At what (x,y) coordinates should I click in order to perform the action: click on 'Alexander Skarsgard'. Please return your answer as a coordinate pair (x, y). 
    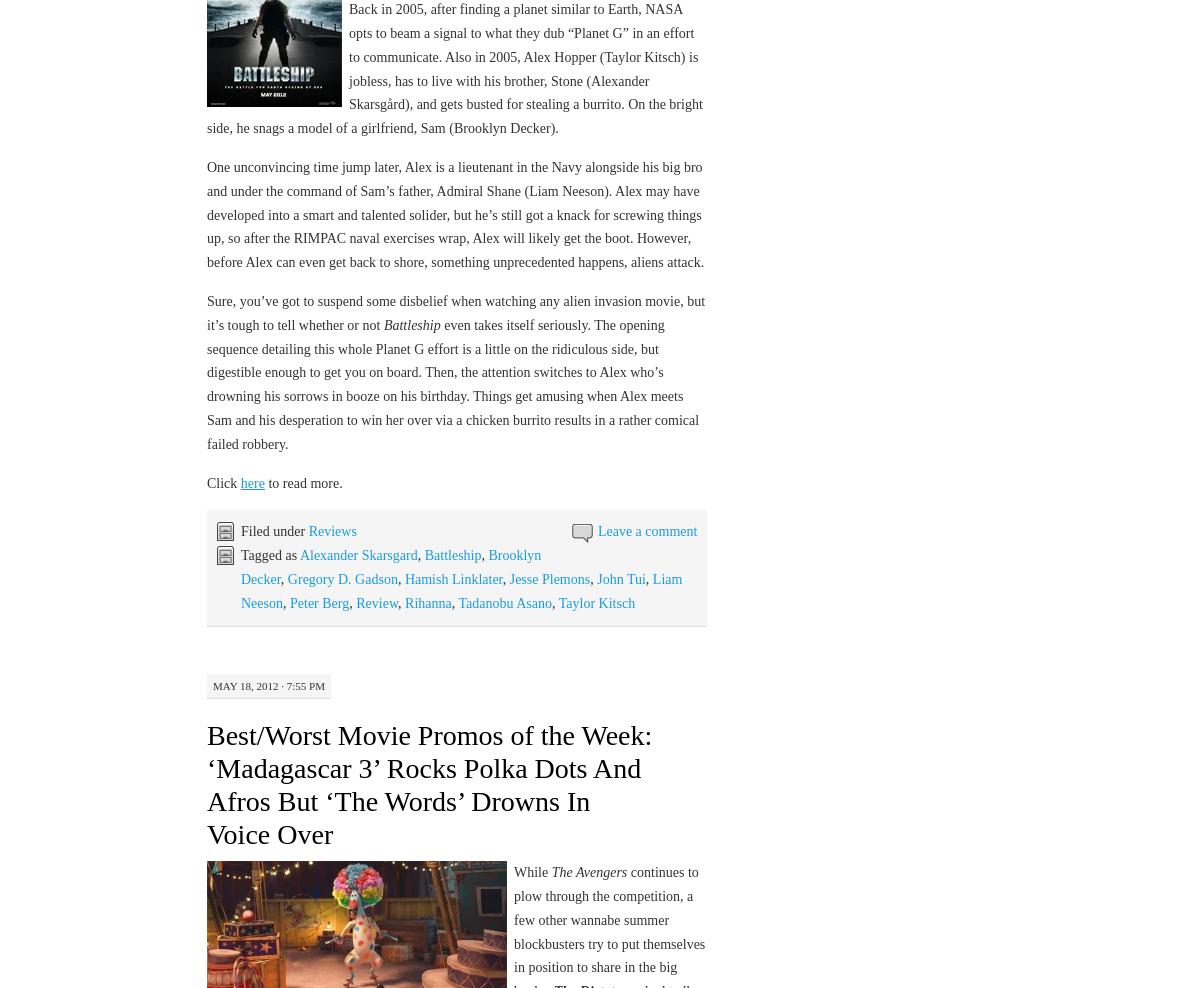
    Looking at the image, I should click on (357, 554).